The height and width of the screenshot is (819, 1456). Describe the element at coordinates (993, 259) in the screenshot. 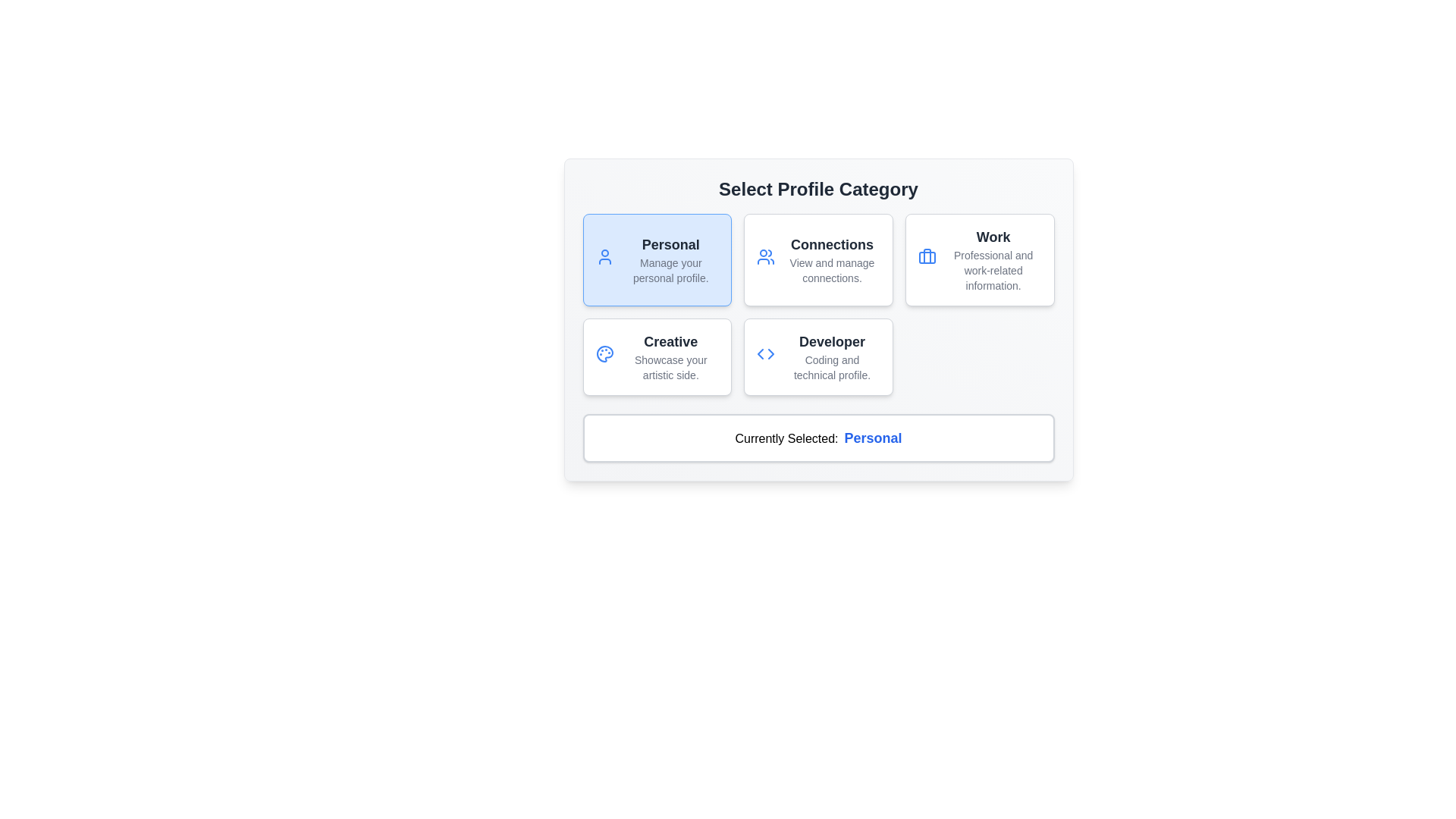

I see `the Text display component that shows the title and description of the 'Work' profile category, located within the third option from the left in the profile selection grid` at that location.